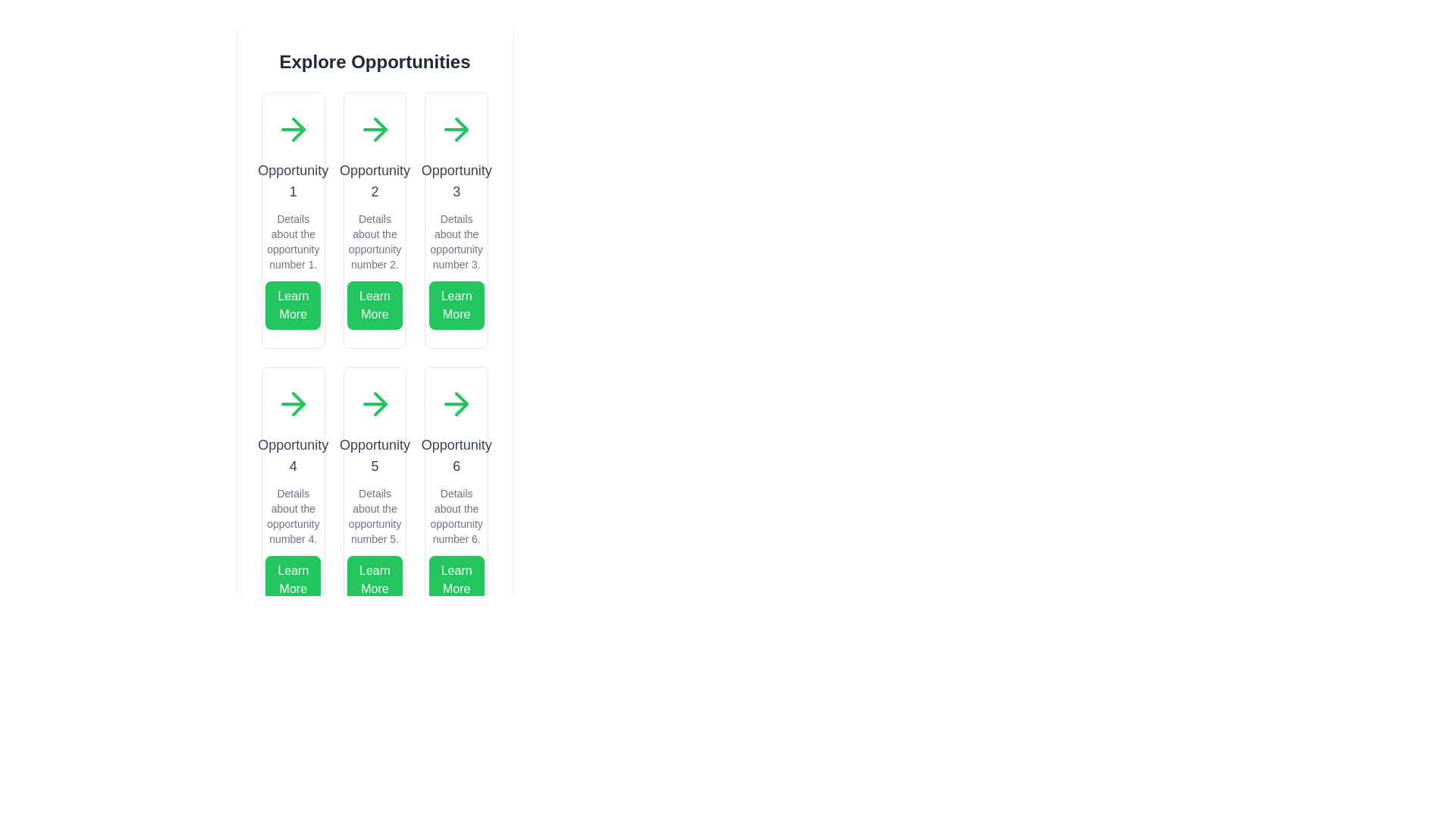 Image resolution: width=1456 pixels, height=819 pixels. What do you see at coordinates (461, 403) in the screenshot?
I see `the arrowhead icon component within the 'Opportunity 6' card` at bounding box center [461, 403].